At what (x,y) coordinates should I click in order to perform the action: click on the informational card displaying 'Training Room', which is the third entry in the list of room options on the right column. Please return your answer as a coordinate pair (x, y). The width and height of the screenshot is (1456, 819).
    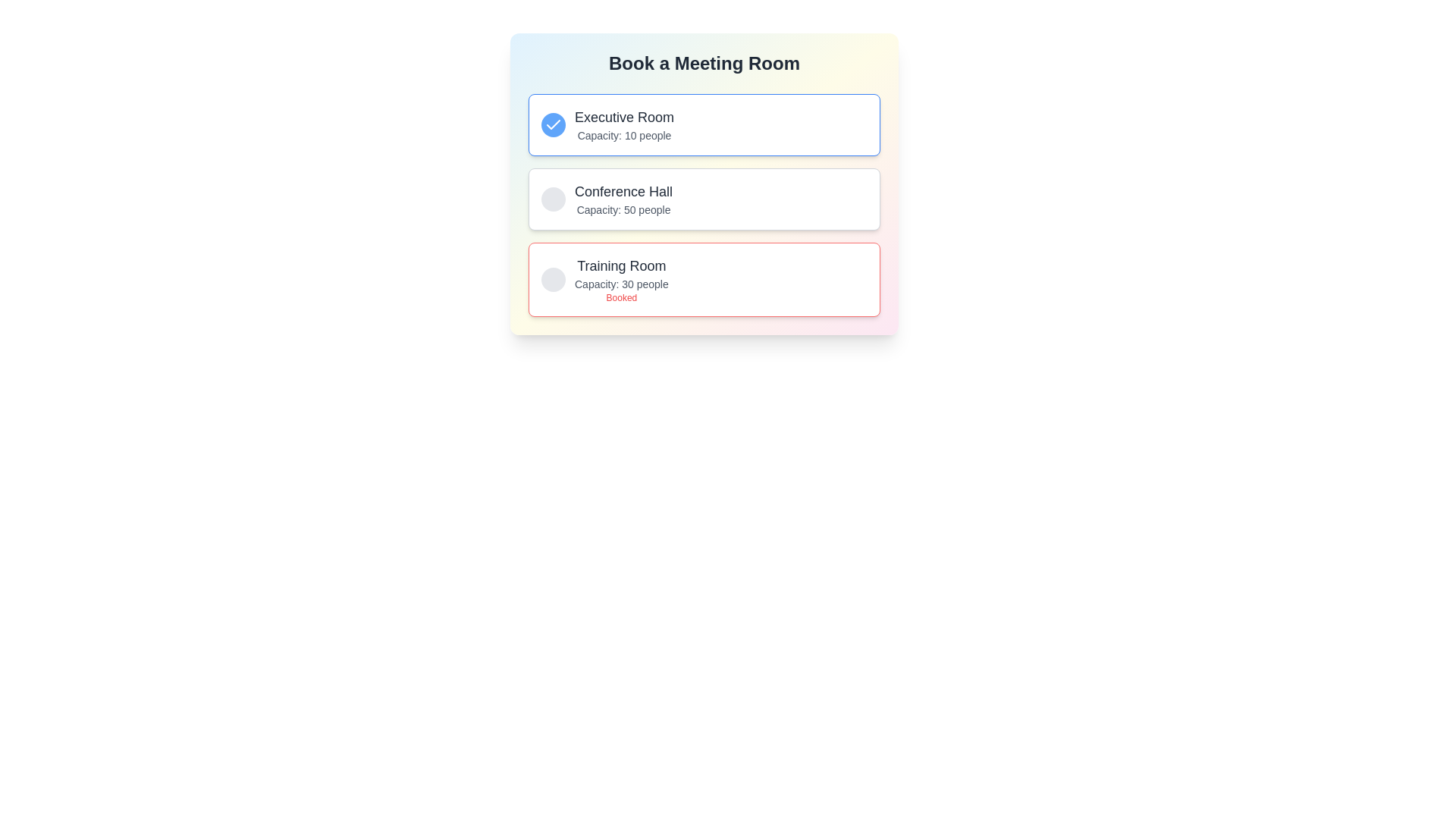
    Looking at the image, I should click on (604, 280).